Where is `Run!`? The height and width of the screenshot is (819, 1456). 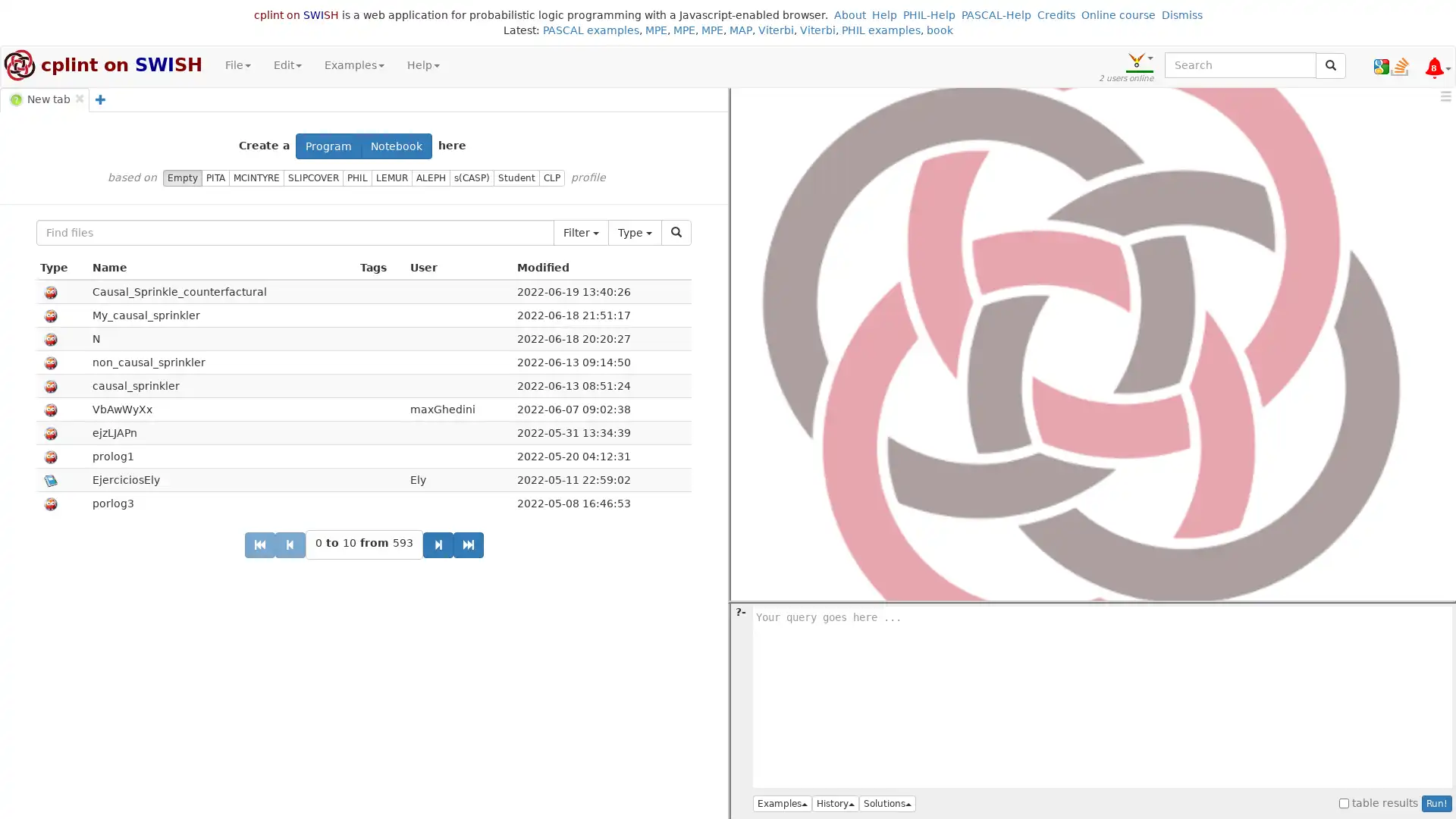
Run! is located at coordinates (1436, 803).